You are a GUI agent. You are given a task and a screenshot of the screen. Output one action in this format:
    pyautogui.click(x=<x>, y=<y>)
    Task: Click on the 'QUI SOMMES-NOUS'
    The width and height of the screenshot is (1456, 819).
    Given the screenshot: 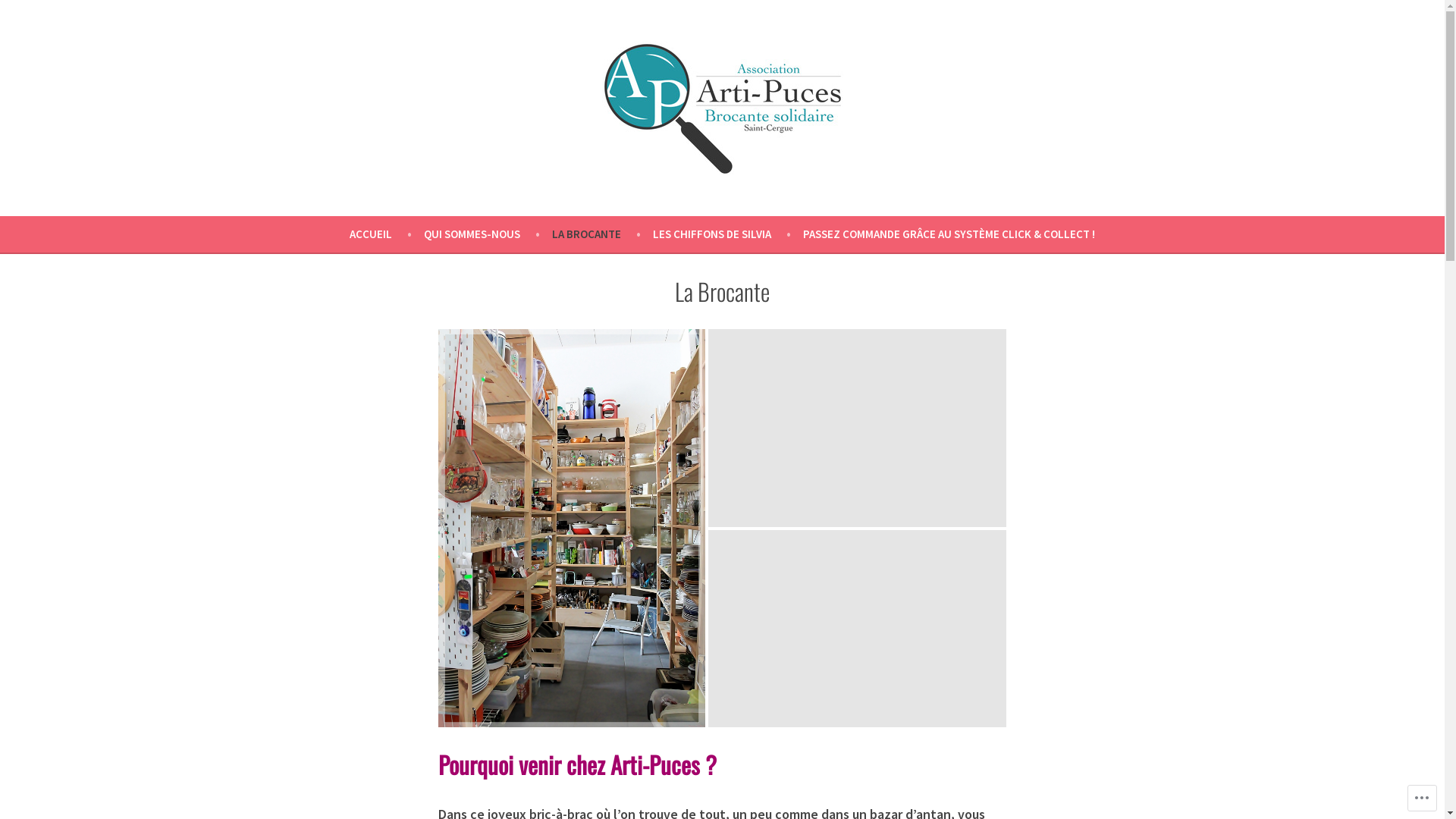 What is the action you would take?
    pyautogui.click(x=488, y=234)
    